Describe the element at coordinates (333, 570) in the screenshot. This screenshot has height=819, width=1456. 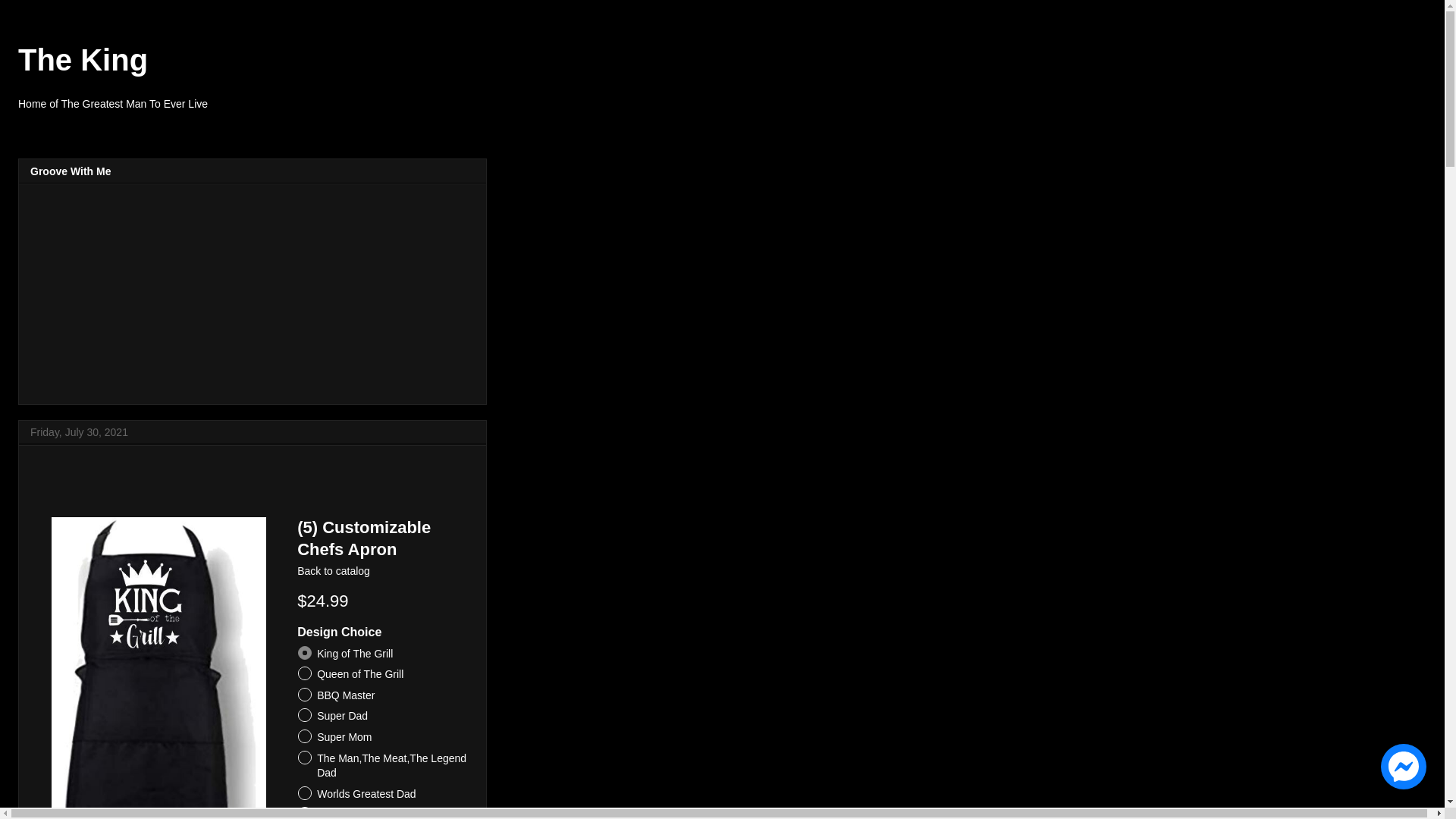
I see `'Back to catalog'` at that location.